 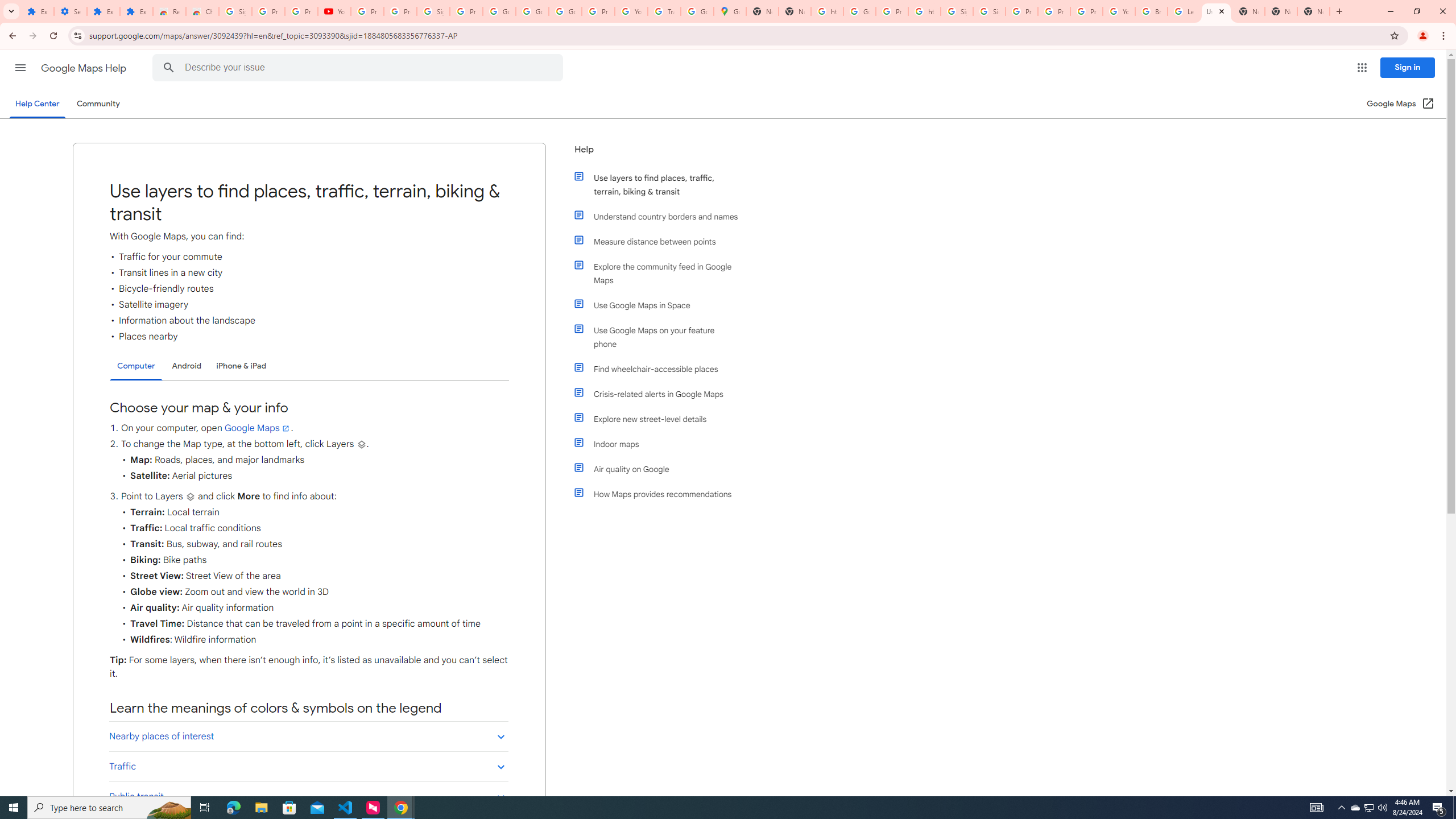 I want to click on 'Reviews: Helix Fruit Jump Arcade Game', so click(x=169, y=11).